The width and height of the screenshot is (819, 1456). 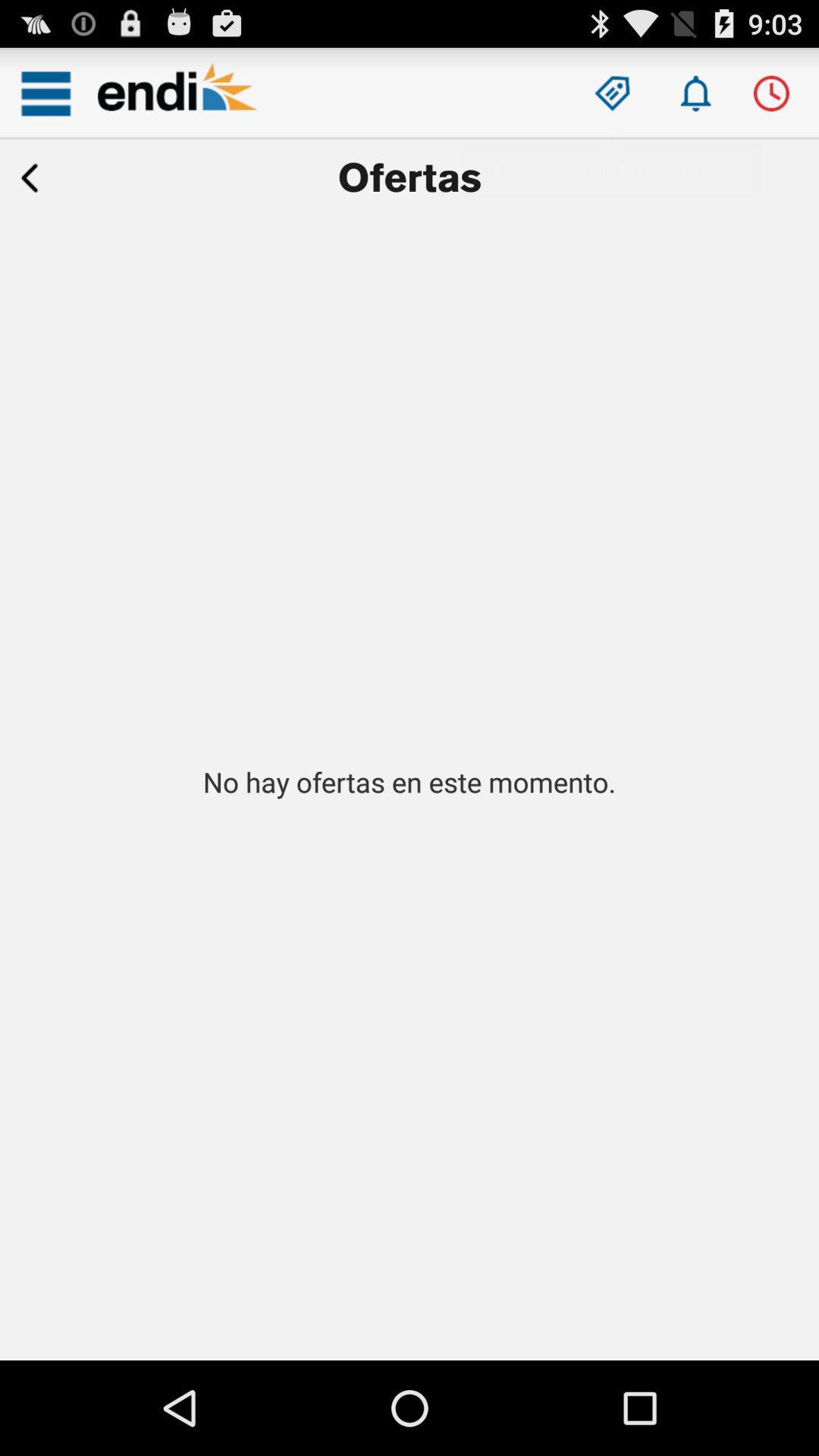 I want to click on homepage, so click(x=177, y=93).